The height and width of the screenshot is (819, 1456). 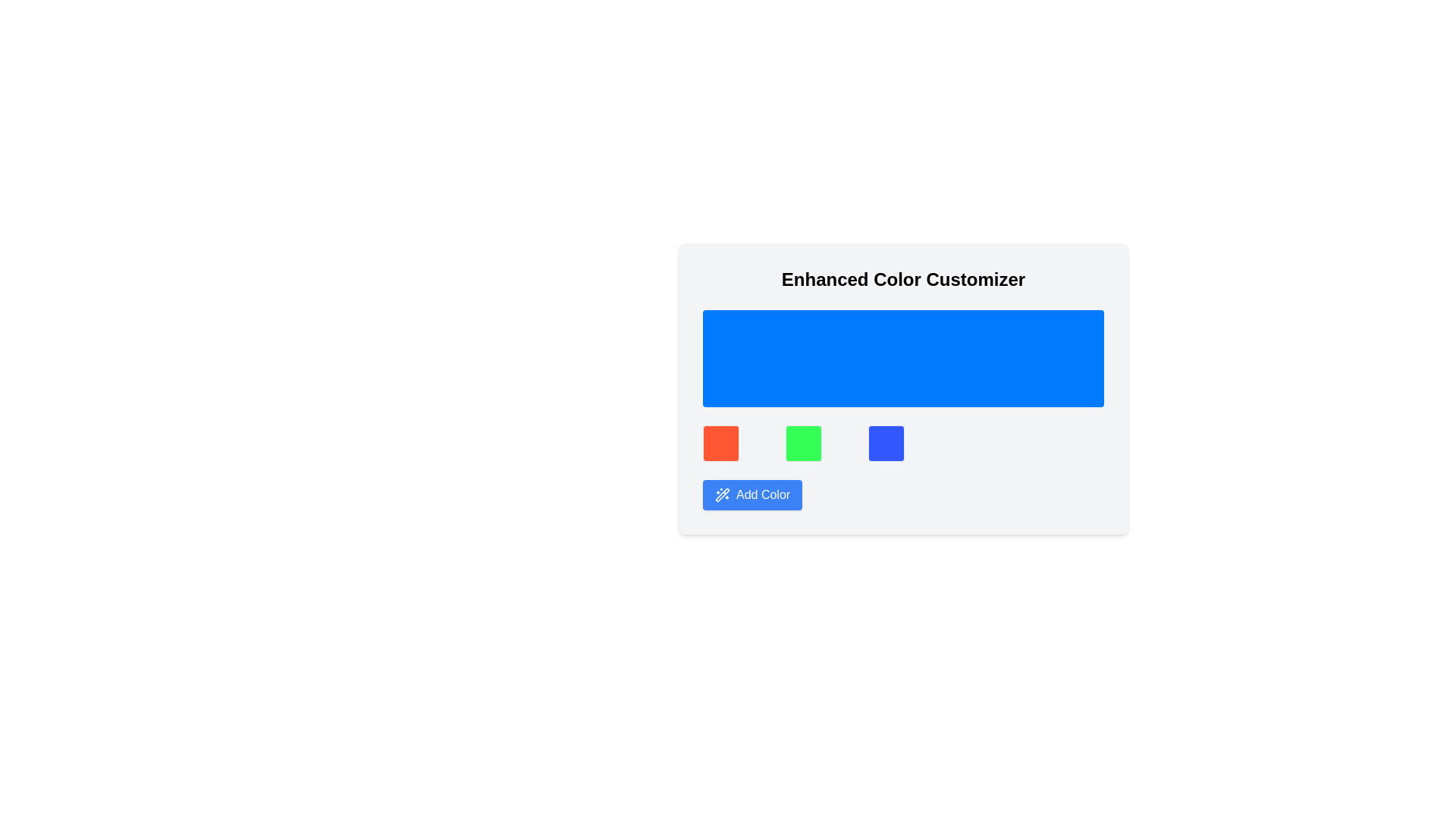 What do you see at coordinates (752, 494) in the screenshot?
I see `the button at the bottom of the 'Enhanced Color Customizer' section` at bounding box center [752, 494].